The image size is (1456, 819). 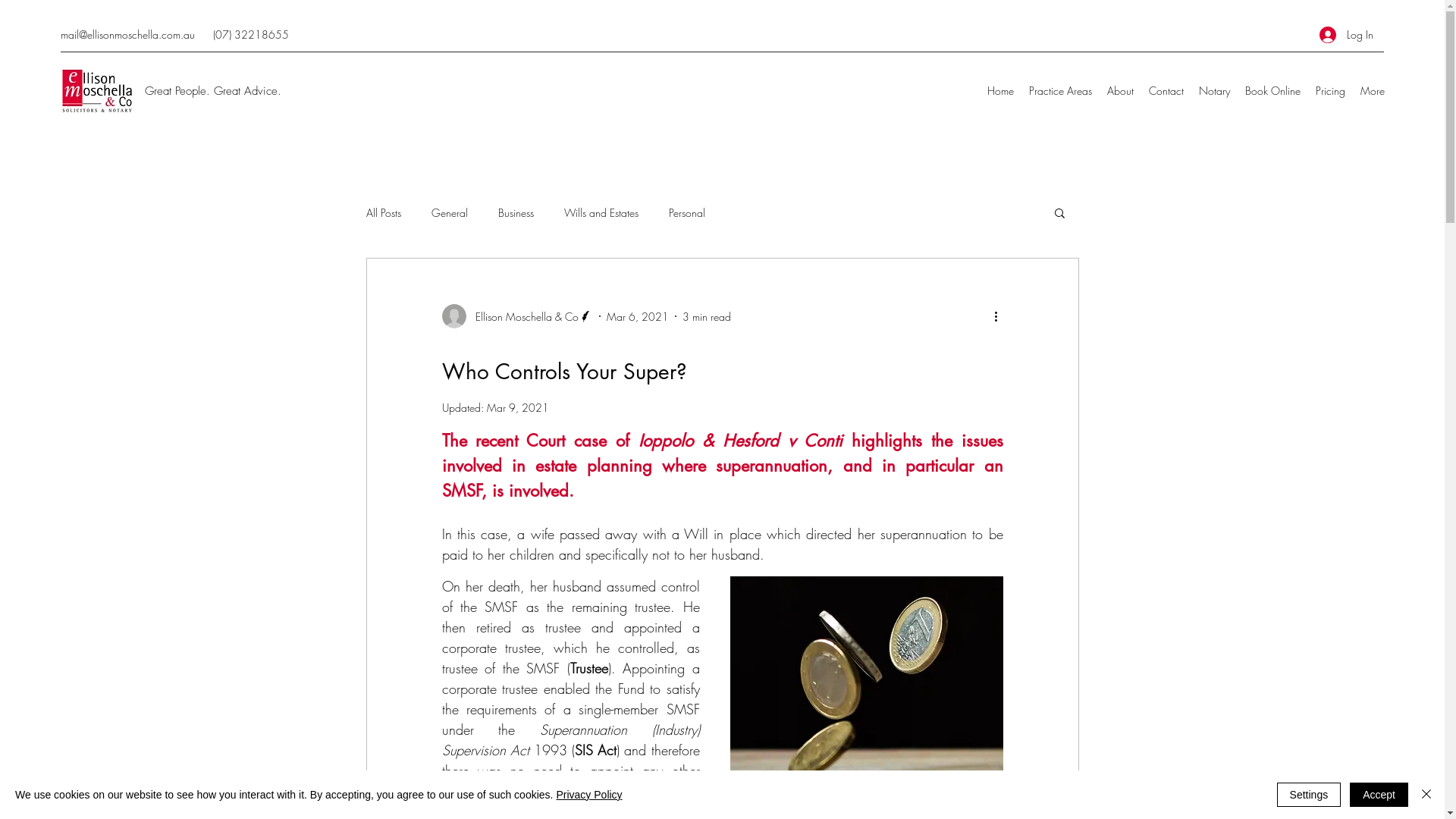 I want to click on 'Contact', so click(x=1141, y=90).